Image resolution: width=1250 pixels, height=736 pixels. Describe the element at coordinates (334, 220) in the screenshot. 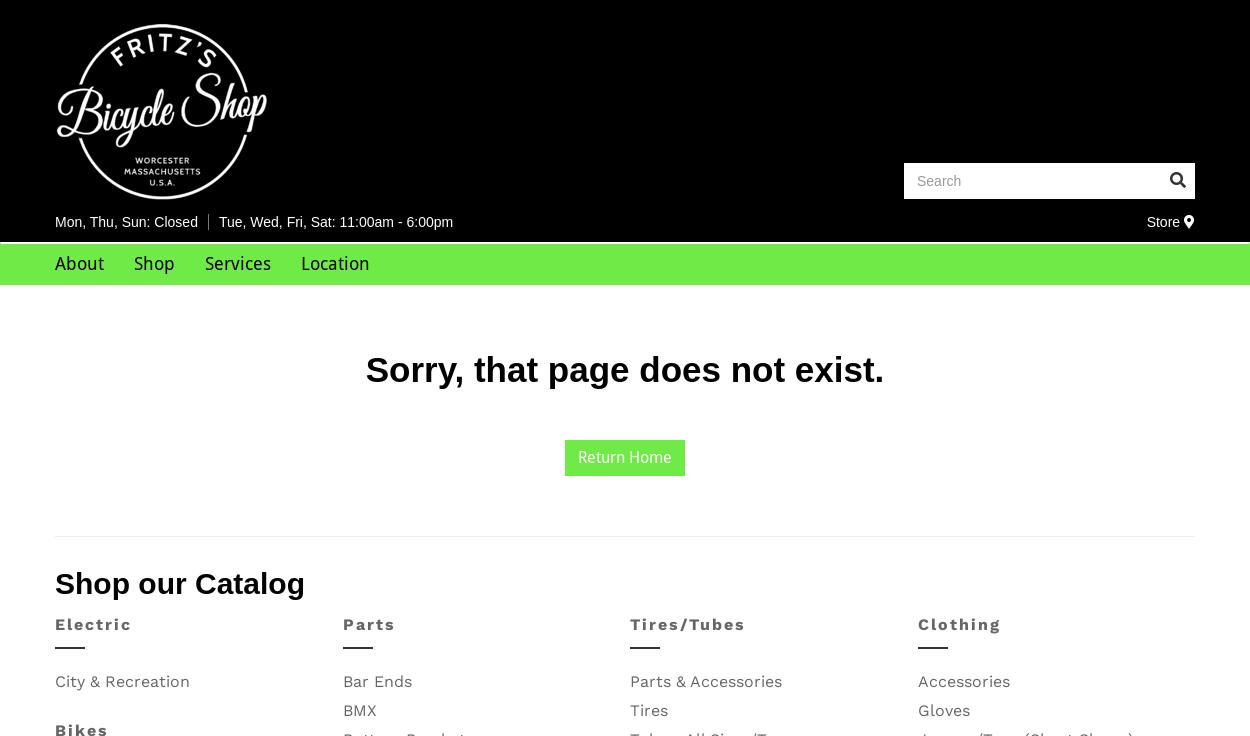

I see `'Tue, Wed, Fri, Sat: 11:00am - 6:00pm'` at that location.